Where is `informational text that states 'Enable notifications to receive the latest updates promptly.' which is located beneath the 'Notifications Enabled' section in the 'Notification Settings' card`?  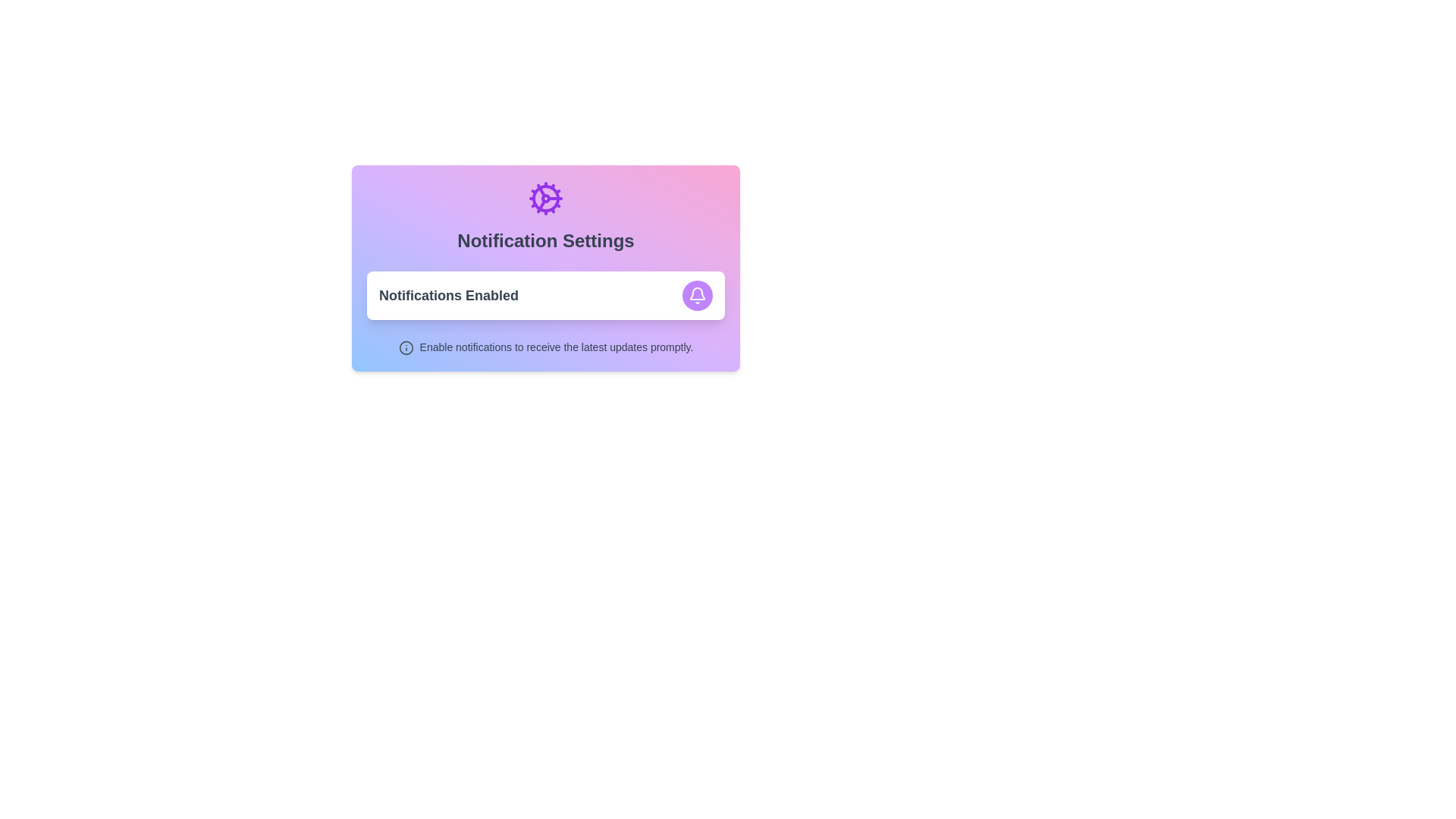 informational text that states 'Enable notifications to receive the latest updates promptly.' which is located beneath the 'Notifications Enabled' section in the 'Notification Settings' card is located at coordinates (546, 347).